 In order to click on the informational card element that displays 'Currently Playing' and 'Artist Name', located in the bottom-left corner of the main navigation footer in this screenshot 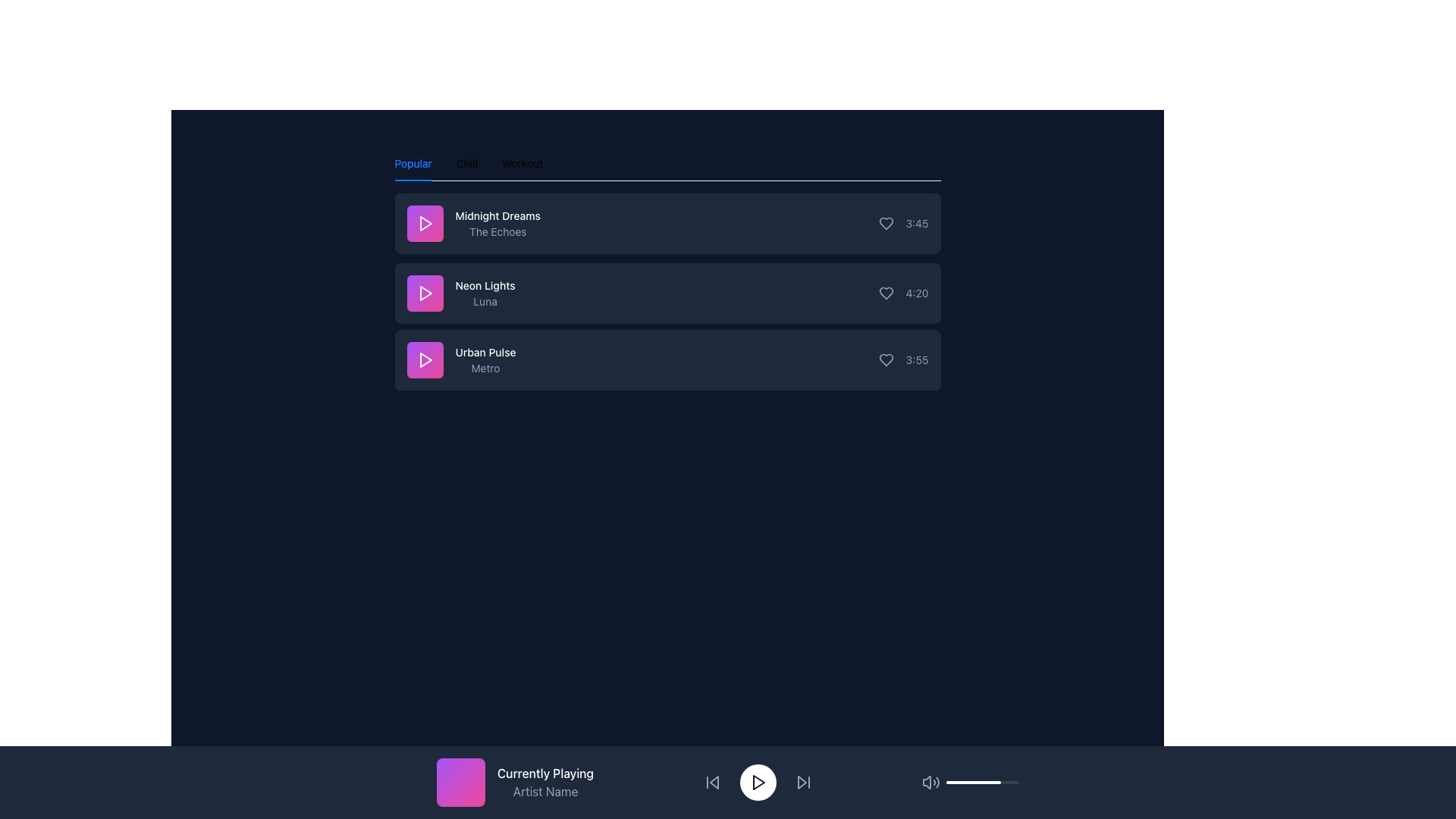, I will do `click(515, 783)`.